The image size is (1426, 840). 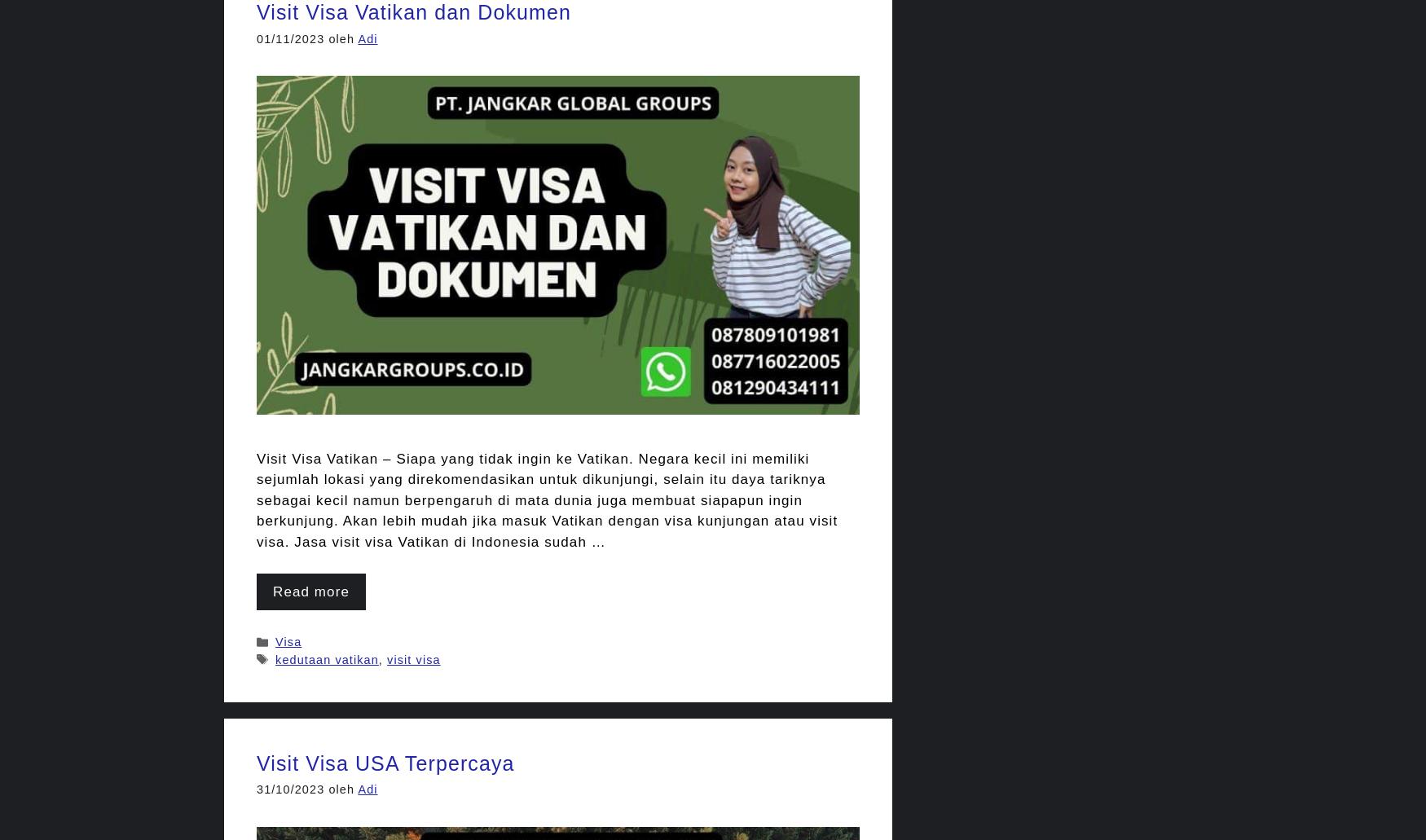 I want to click on 'Visit Visa USA Terpercaya', so click(x=385, y=762).